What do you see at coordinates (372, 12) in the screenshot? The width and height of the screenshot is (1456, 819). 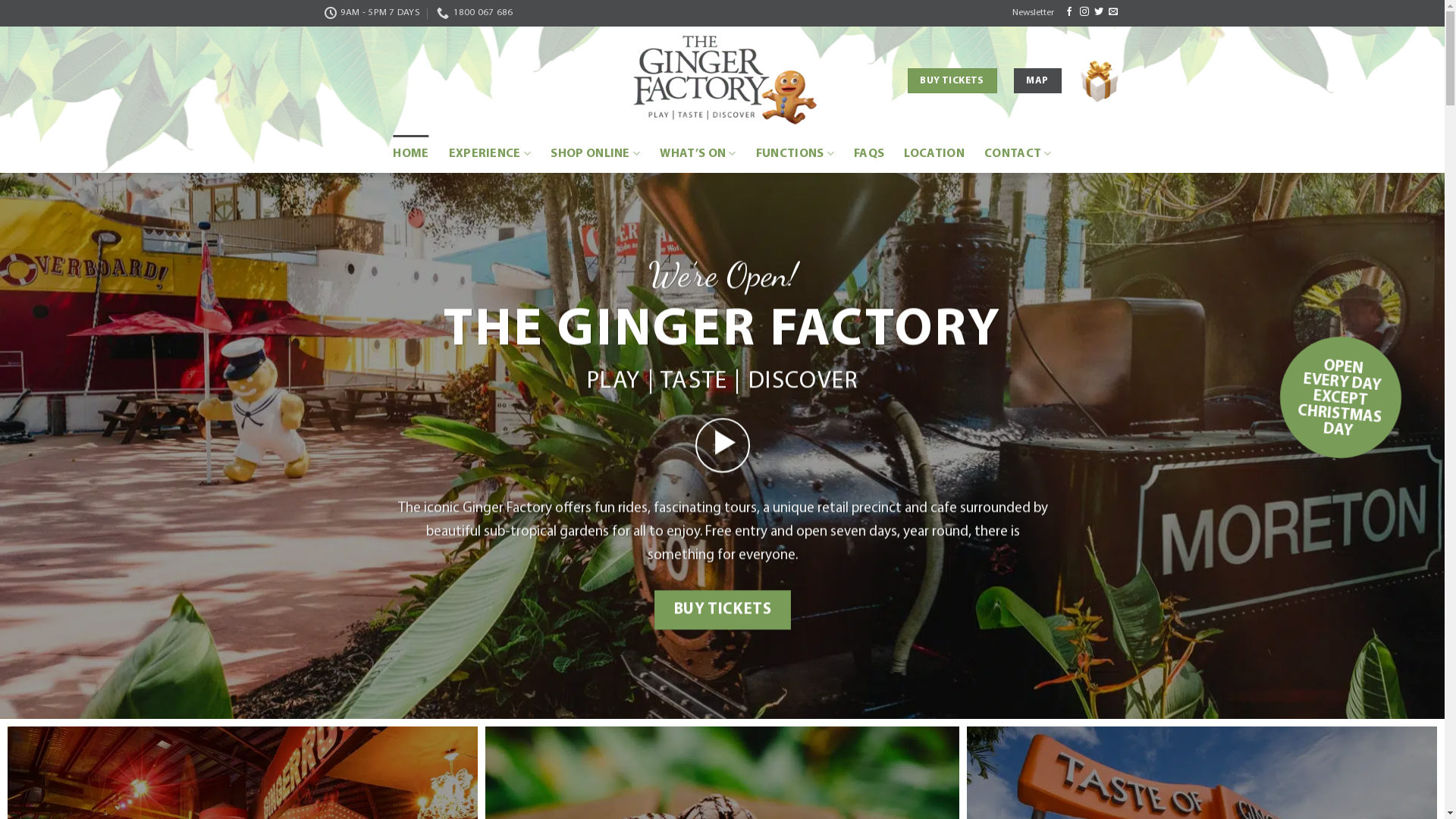 I see `'9AM - 5PM 7 DAYS'` at bounding box center [372, 12].